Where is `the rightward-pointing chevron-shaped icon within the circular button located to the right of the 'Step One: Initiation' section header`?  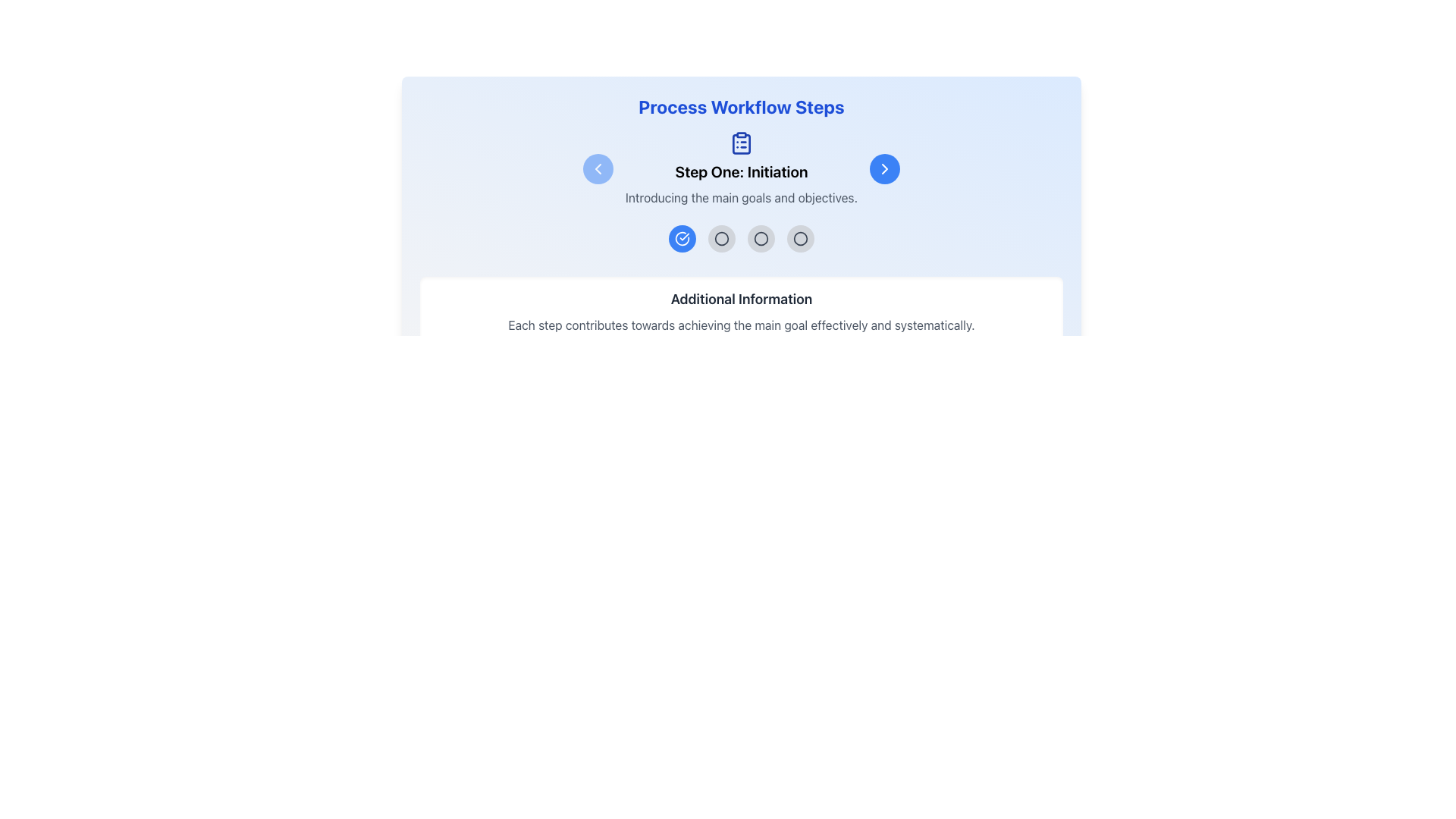
the rightward-pointing chevron-shaped icon within the circular button located to the right of the 'Step One: Initiation' section header is located at coordinates (884, 169).